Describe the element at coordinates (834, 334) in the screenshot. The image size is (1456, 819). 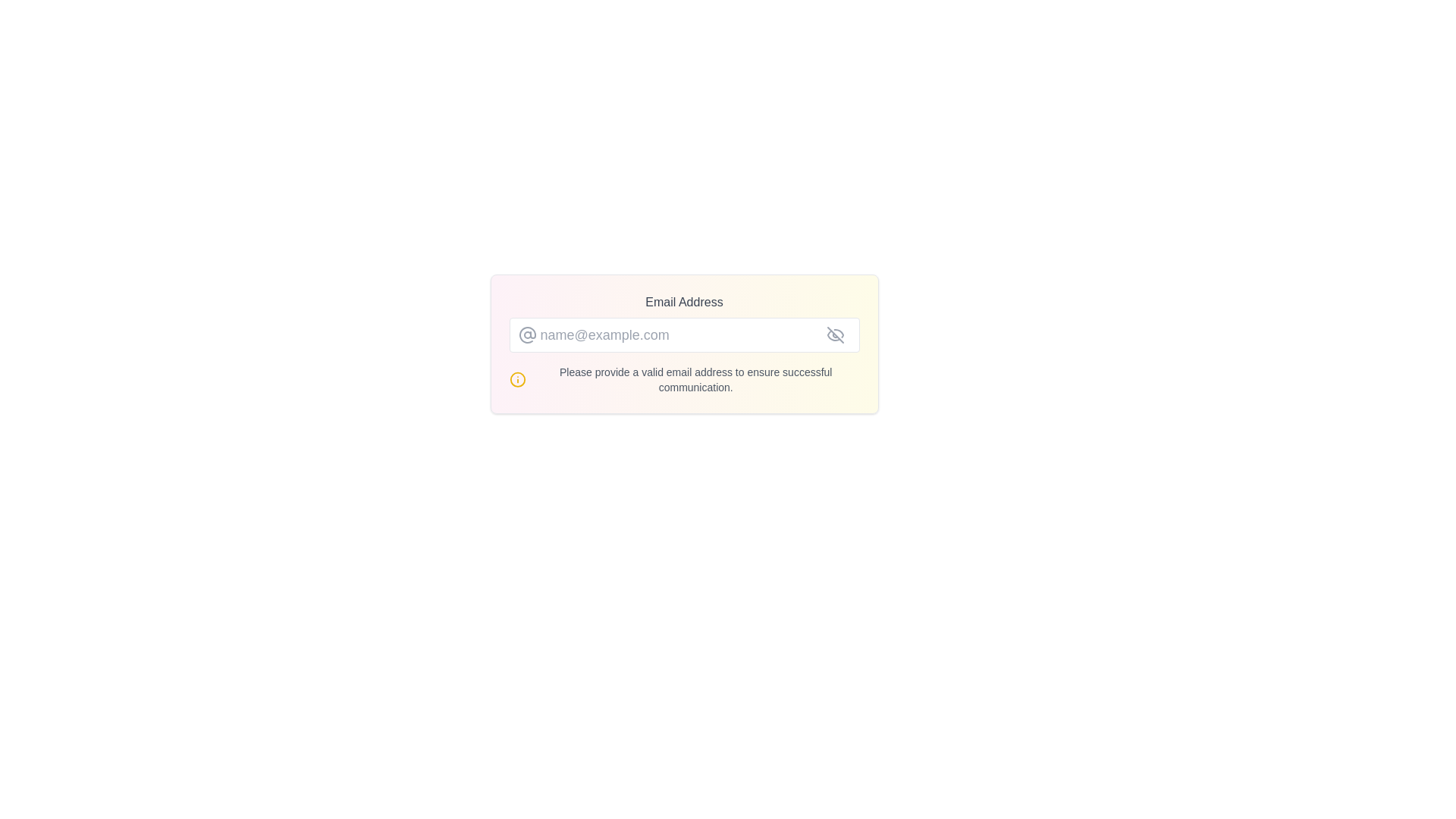
I see `the icon button on the far right side of the email address input field` at that location.